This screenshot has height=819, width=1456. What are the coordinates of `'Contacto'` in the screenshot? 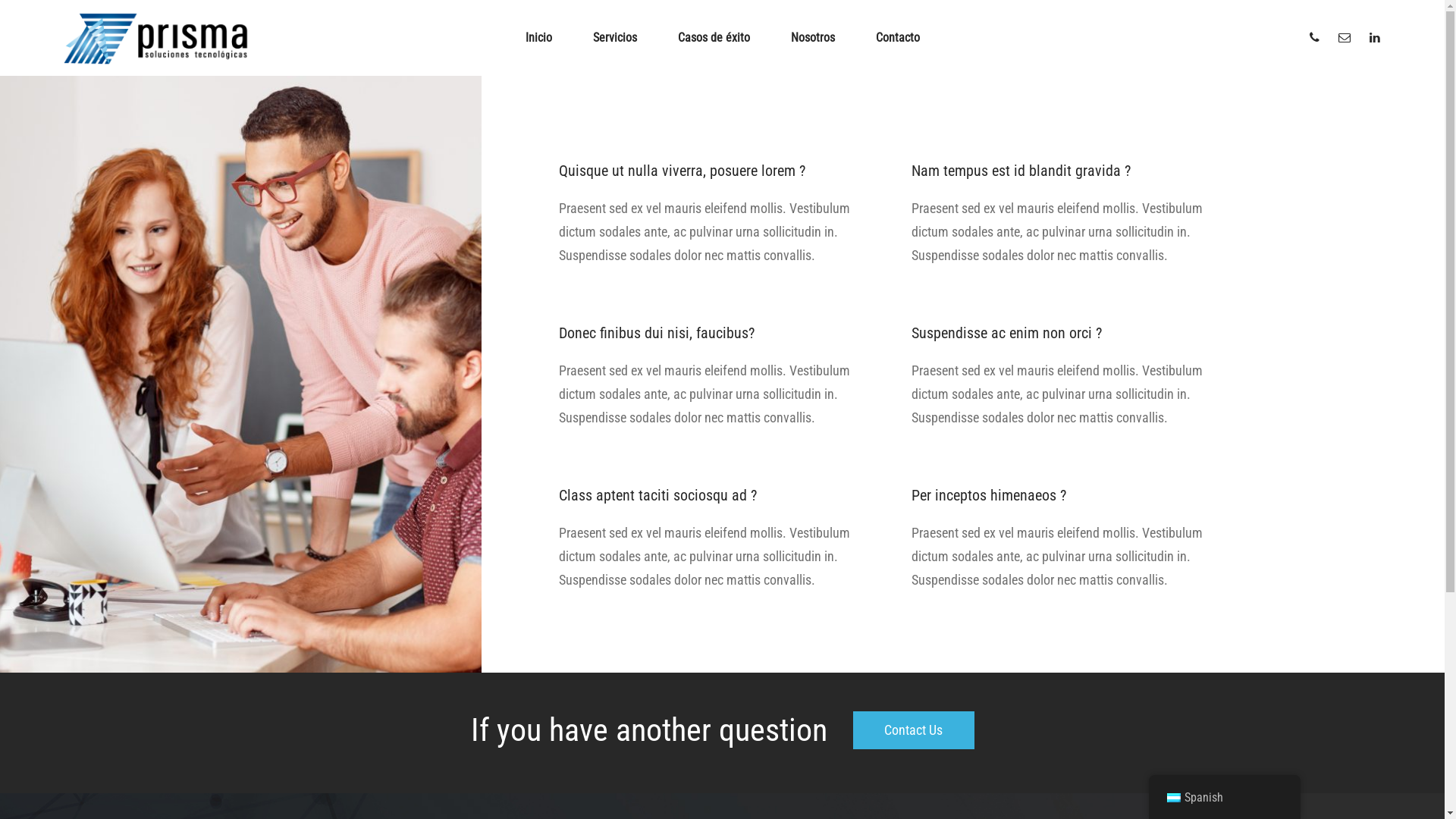 It's located at (898, 37).